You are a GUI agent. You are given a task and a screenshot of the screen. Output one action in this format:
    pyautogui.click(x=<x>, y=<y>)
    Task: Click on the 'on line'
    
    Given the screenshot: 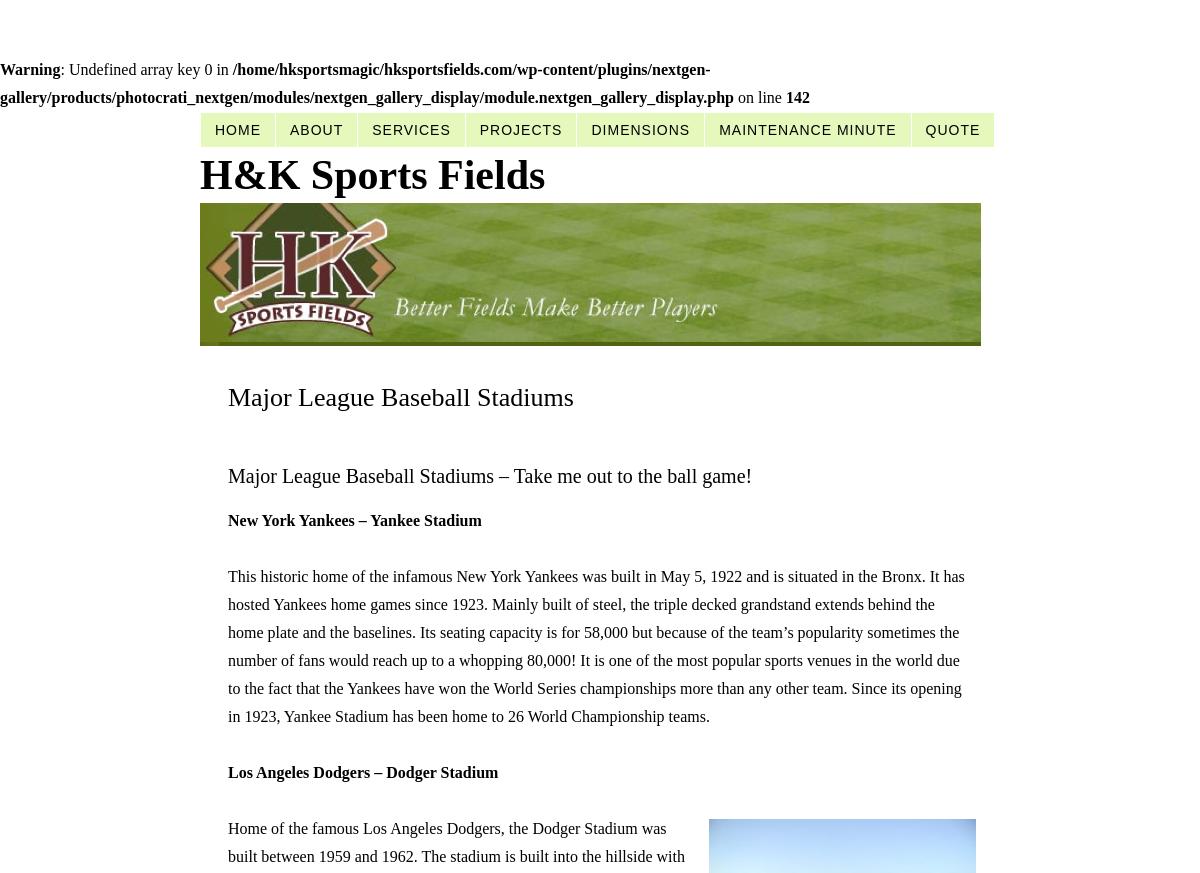 What is the action you would take?
    pyautogui.click(x=757, y=97)
    